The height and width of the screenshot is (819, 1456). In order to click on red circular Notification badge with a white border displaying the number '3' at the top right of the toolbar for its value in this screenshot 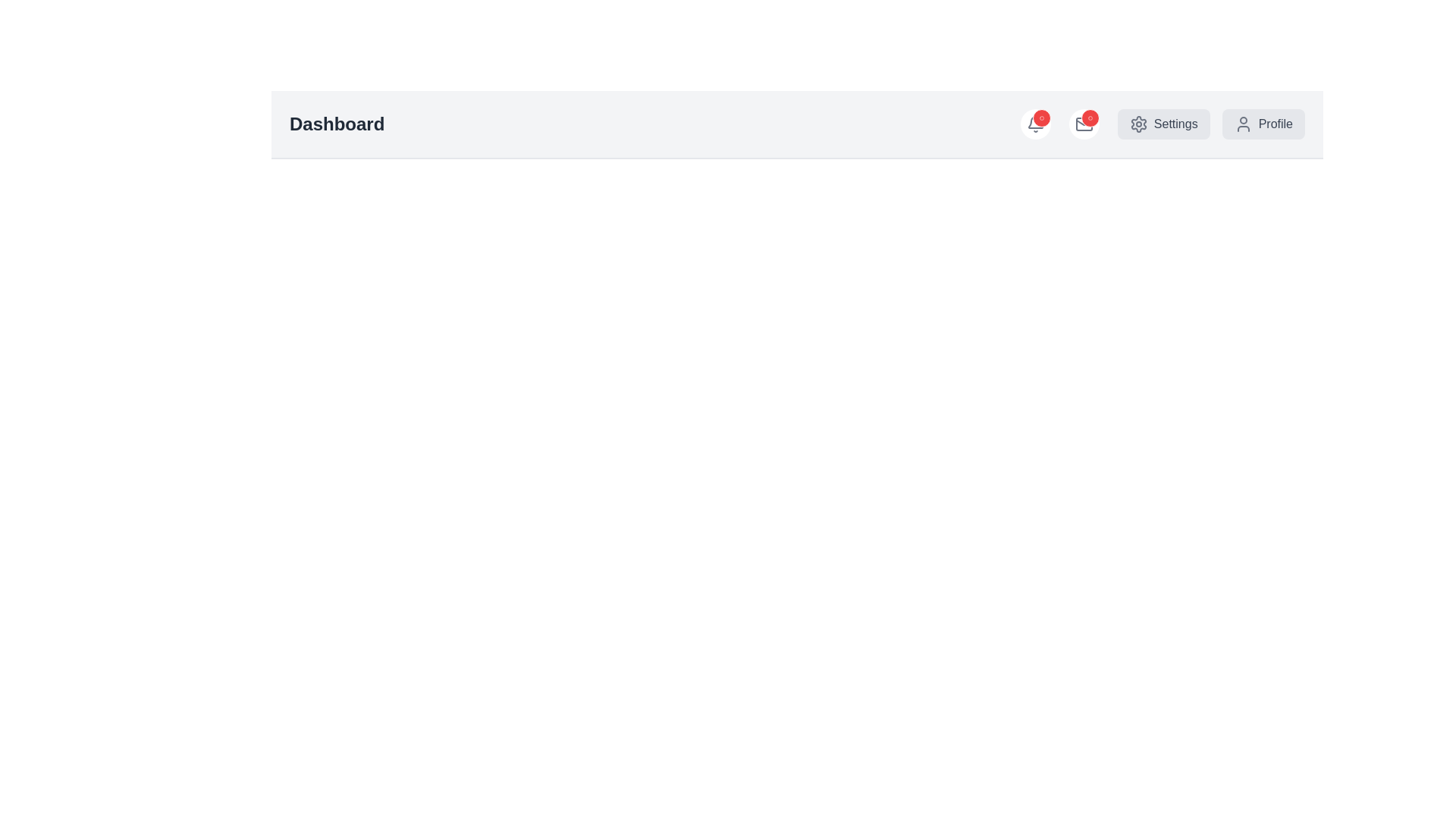, I will do `click(1040, 117)`.